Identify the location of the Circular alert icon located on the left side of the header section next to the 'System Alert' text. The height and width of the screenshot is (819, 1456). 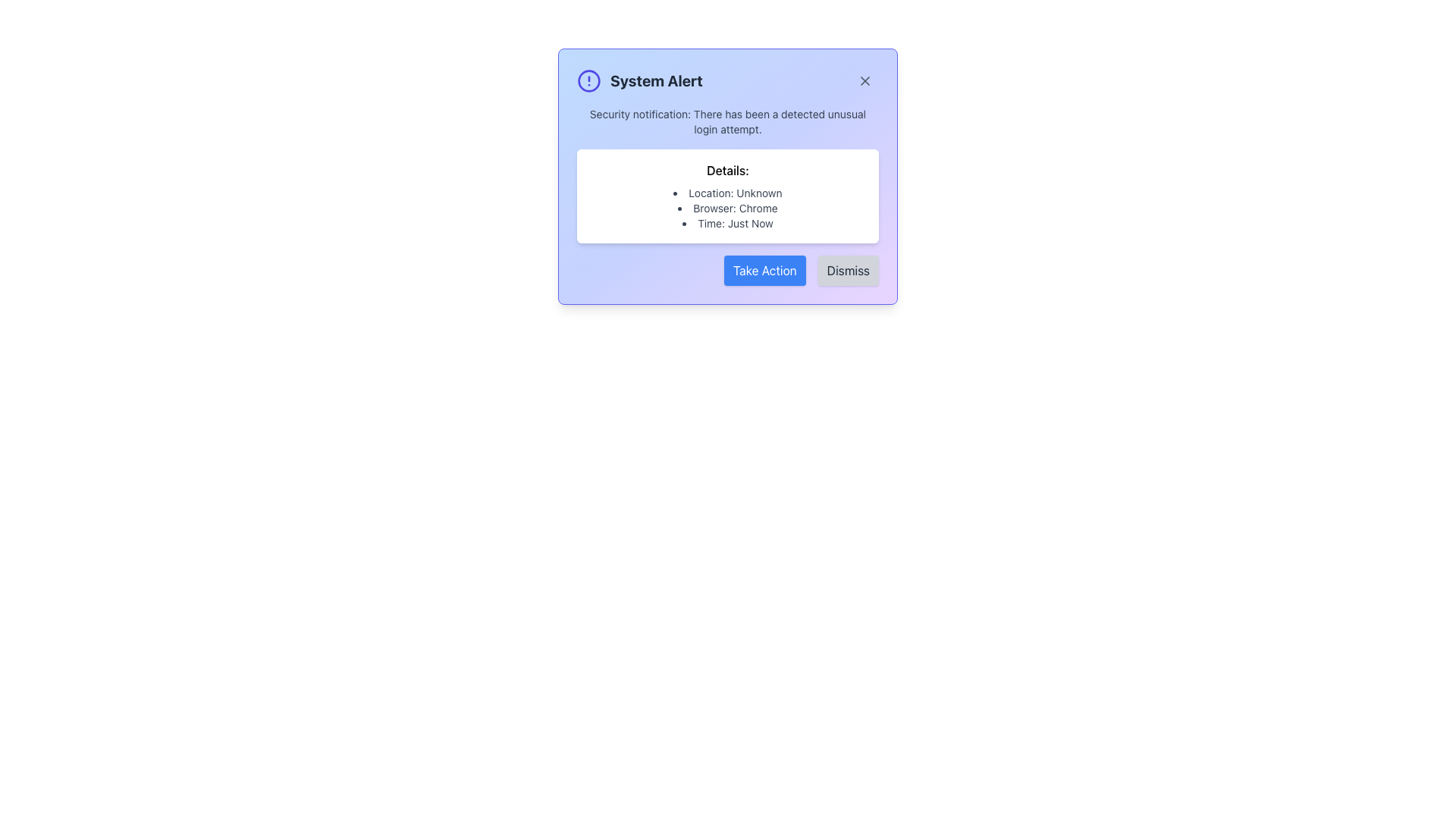
(588, 81).